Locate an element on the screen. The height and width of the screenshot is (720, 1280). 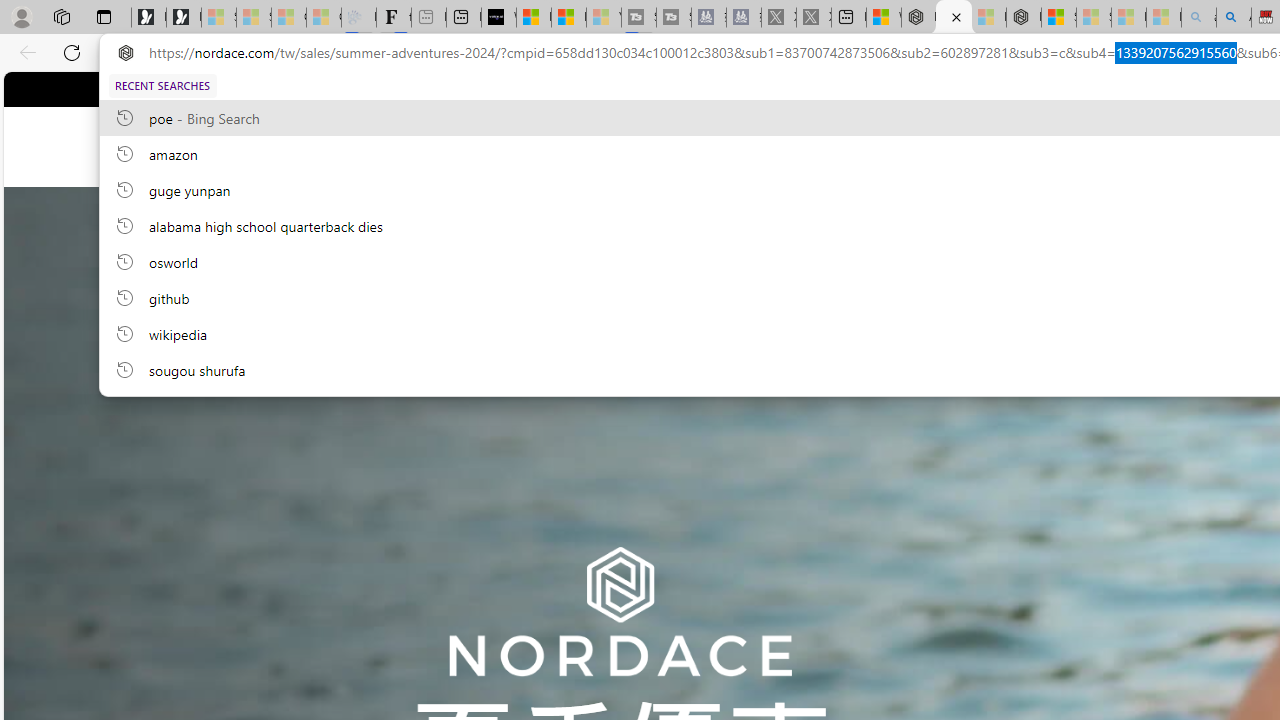
'What' is located at coordinates (499, 17).